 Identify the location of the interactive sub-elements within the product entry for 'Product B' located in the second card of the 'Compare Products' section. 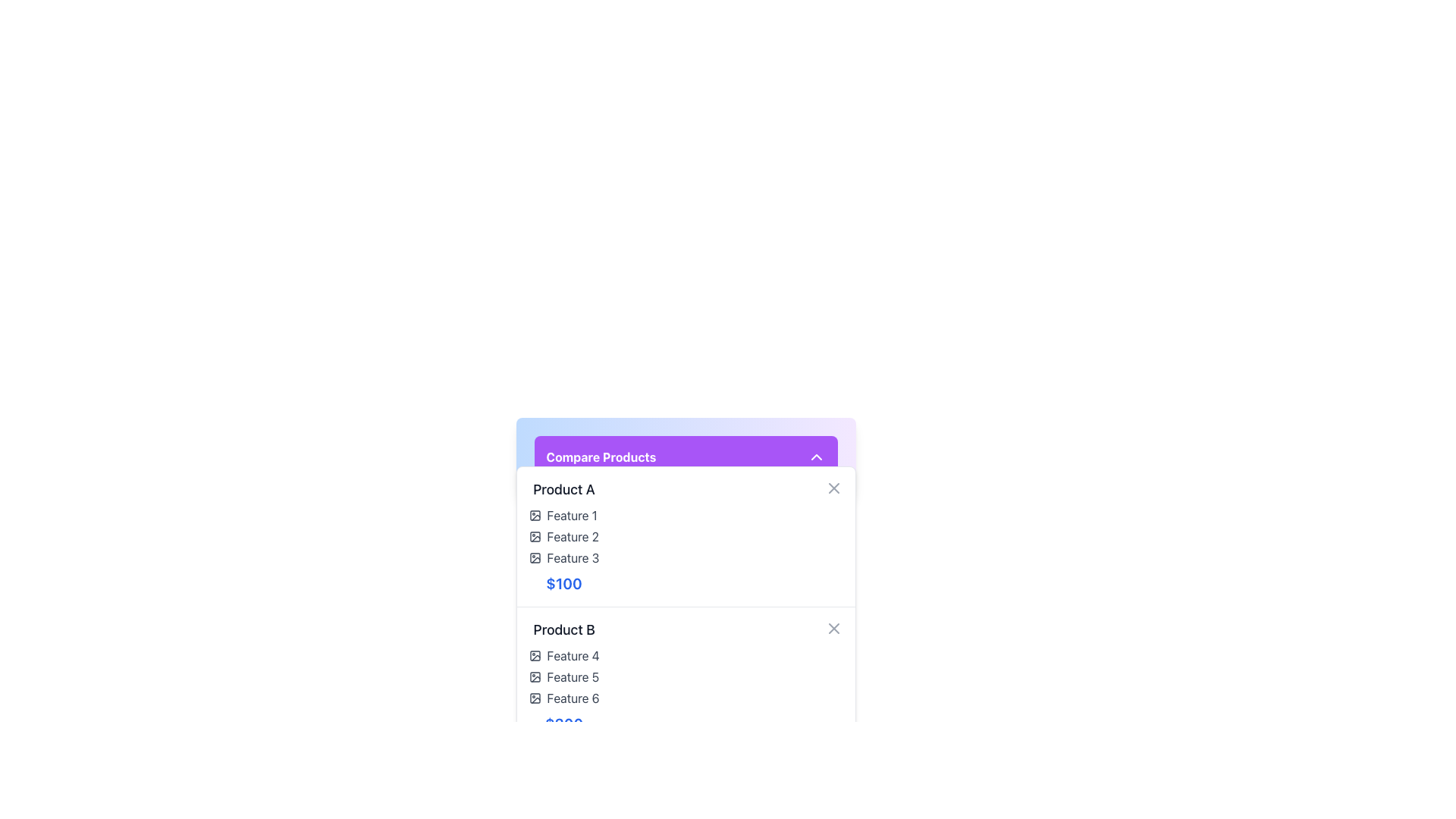
(563, 676).